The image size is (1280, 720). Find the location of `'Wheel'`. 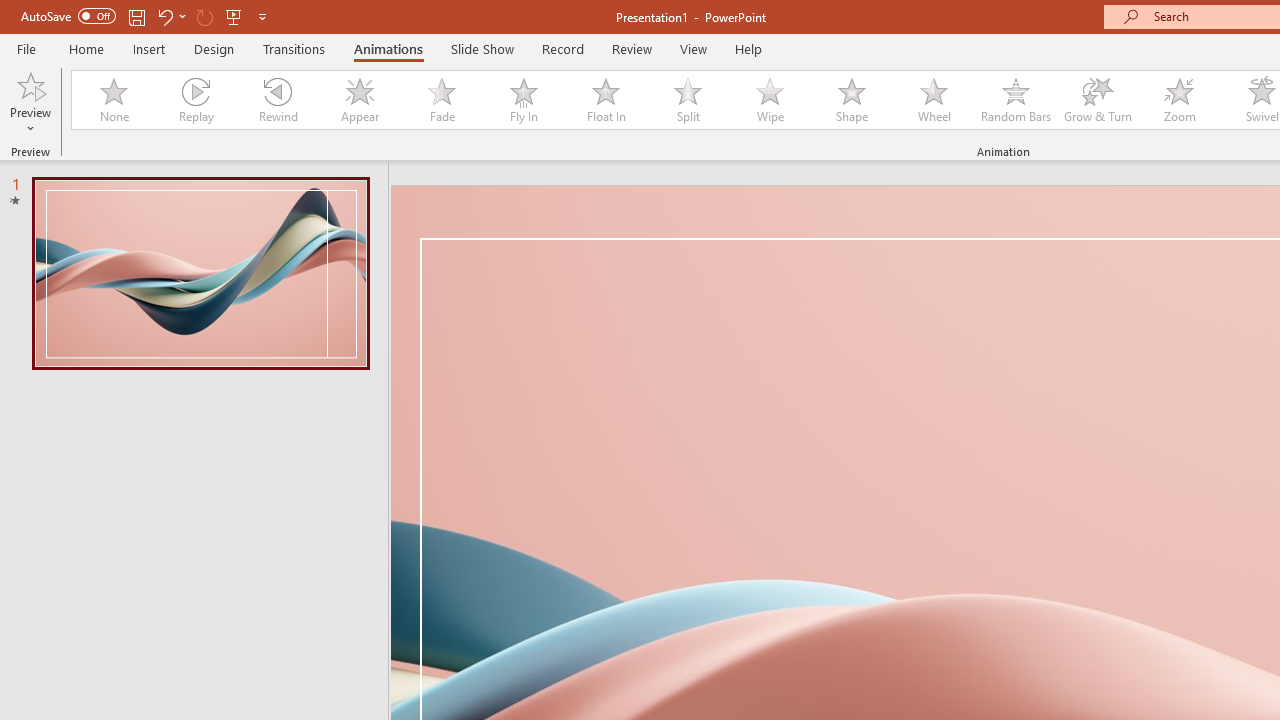

'Wheel' is located at coordinates (933, 100).